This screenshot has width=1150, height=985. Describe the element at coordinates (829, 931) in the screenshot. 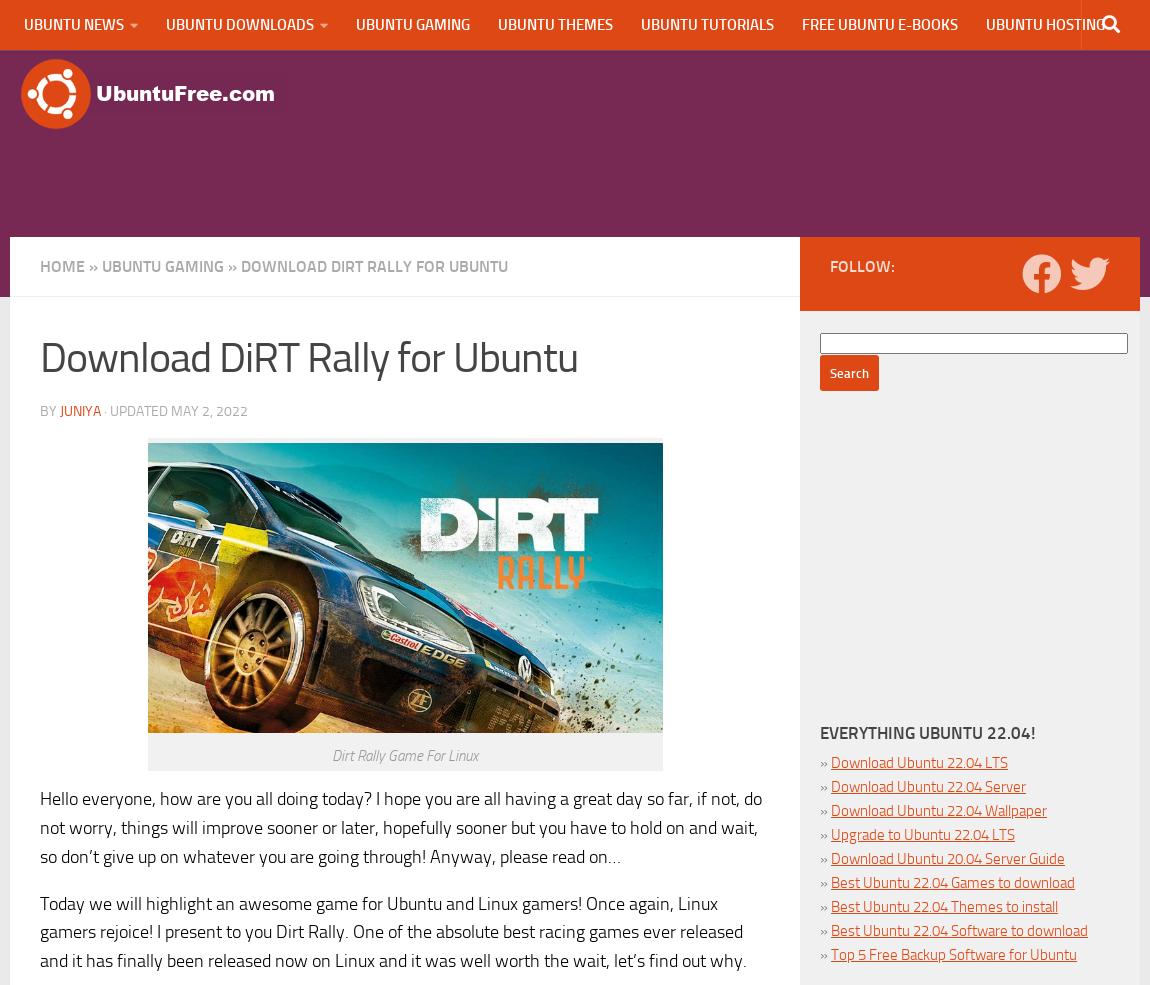

I see `'Best Ubuntu 22.04 Software to download'` at that location.